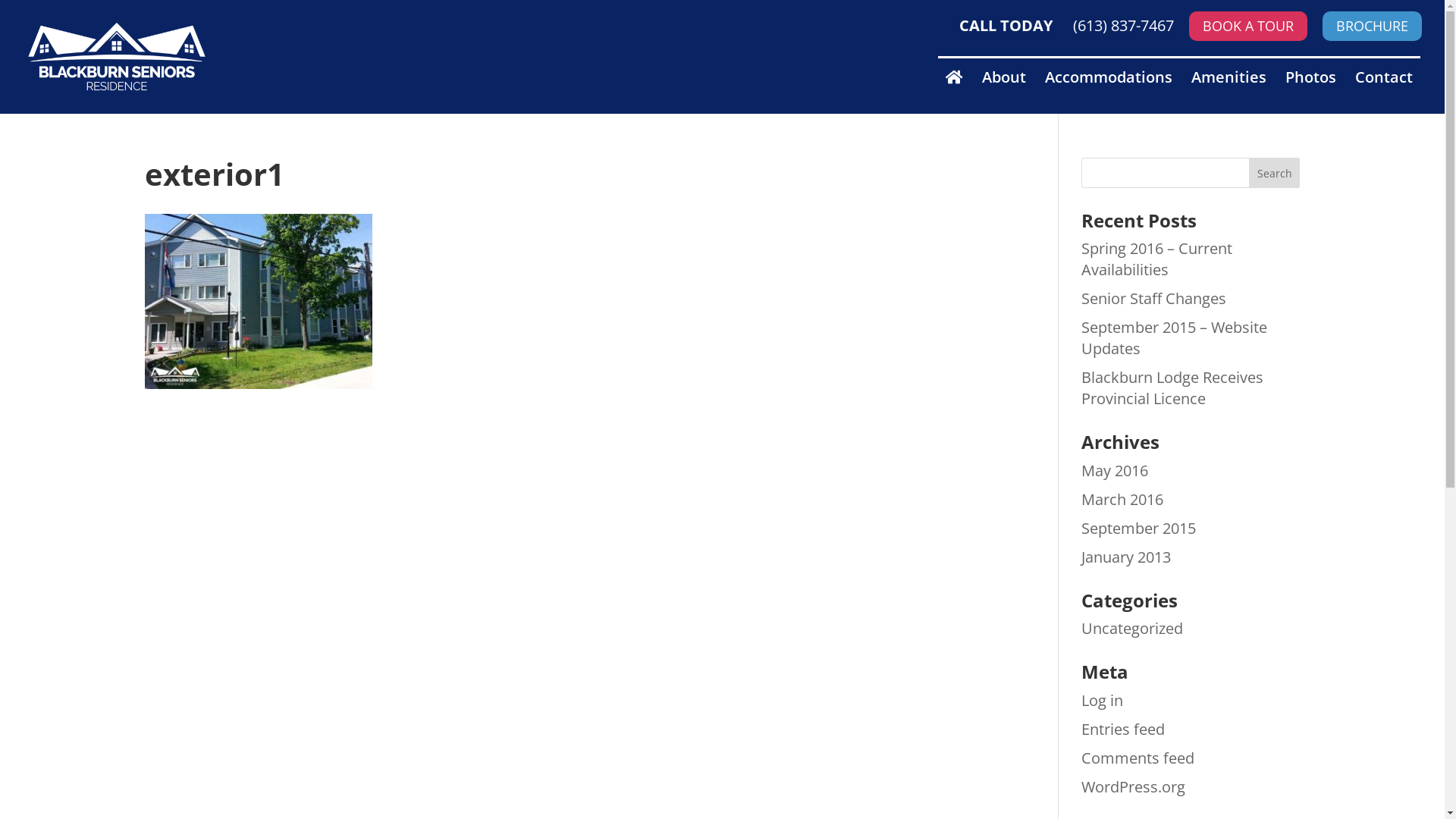  I want to click on 'About', so click(1004, 91).